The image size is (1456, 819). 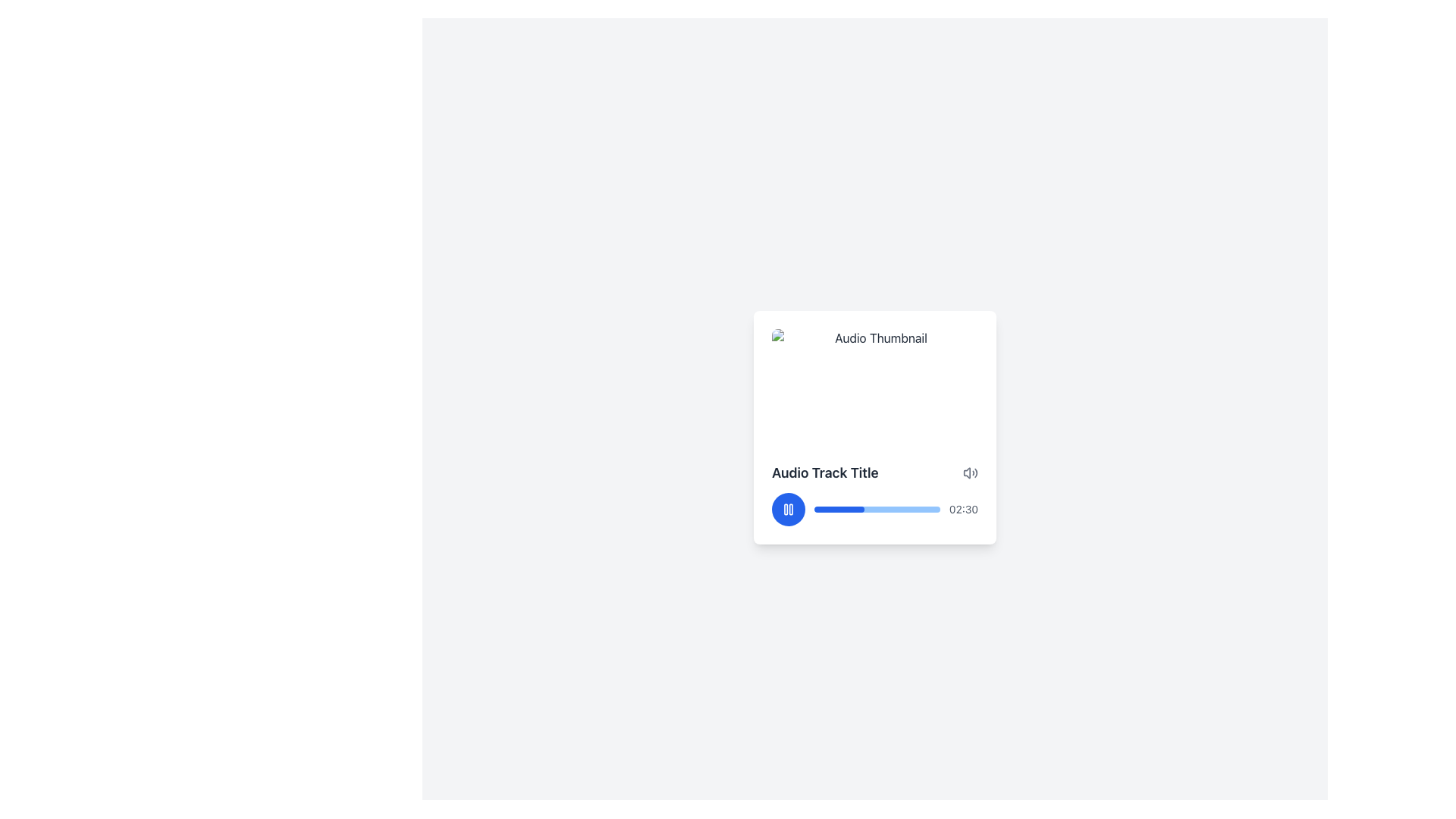 What do you see at coordinates (924, 509) in the screenshot?
I see `audio track progress` at bounding box center [924, 509].